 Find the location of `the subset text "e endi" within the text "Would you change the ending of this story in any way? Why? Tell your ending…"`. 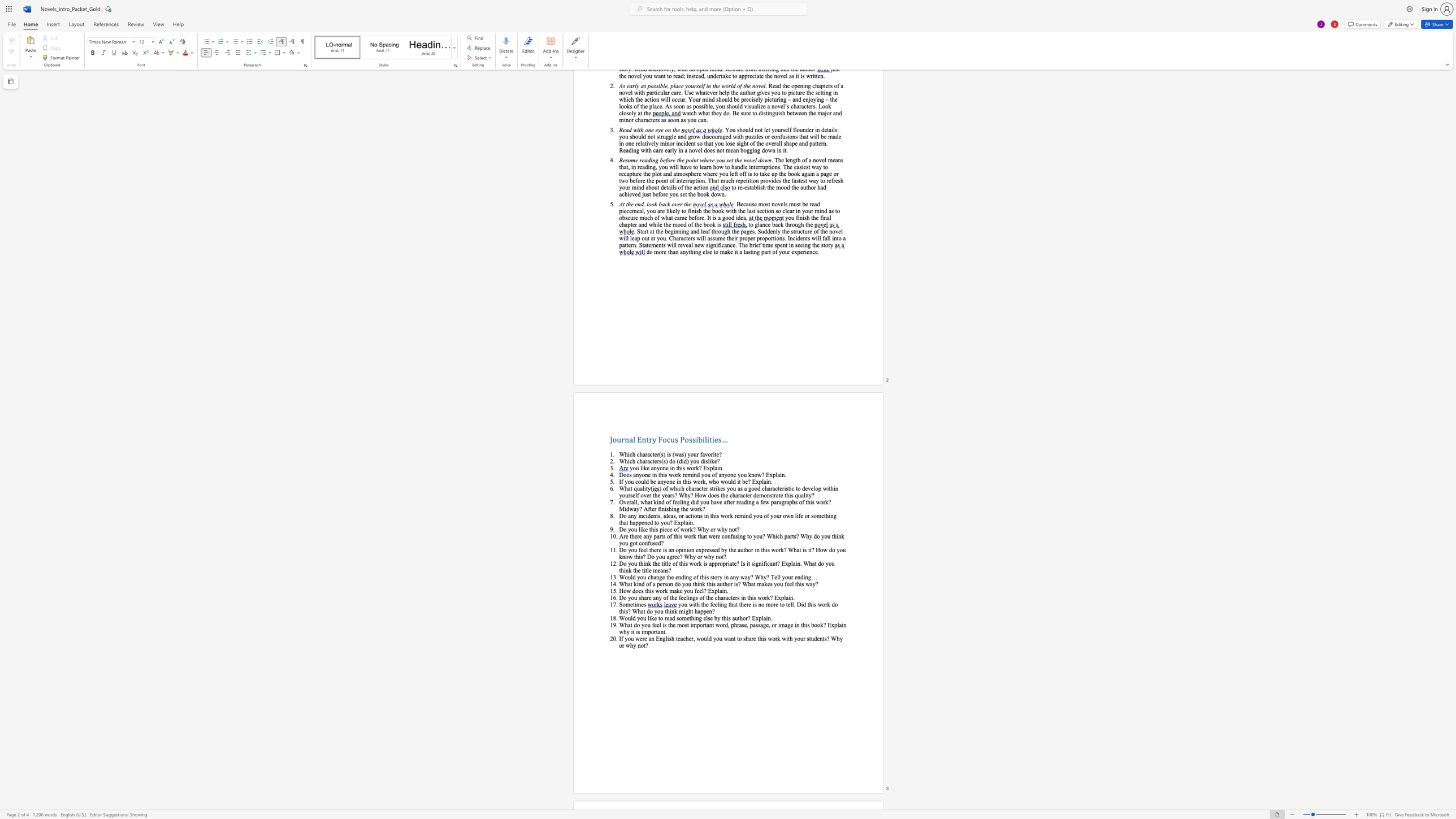

the subset text "e endi" within the text "Would you change the ending of this story in any way? Why? Tell your ending…" is located at coordinates (671, 577).